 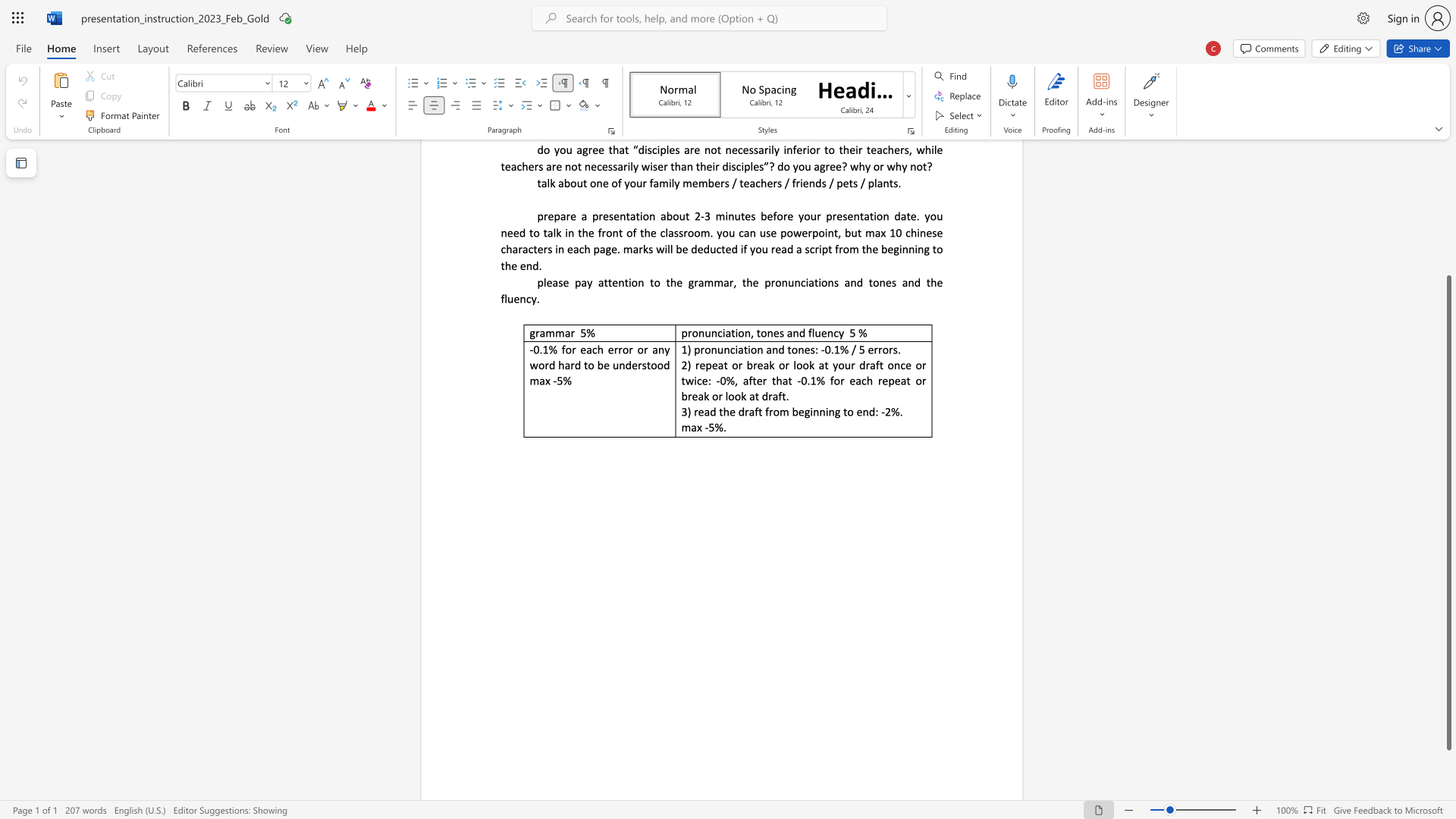 What do you see at coordinates (1448, 265) in the screenshot?
I see `the scrollbar` at bounding box center [1448, 265].